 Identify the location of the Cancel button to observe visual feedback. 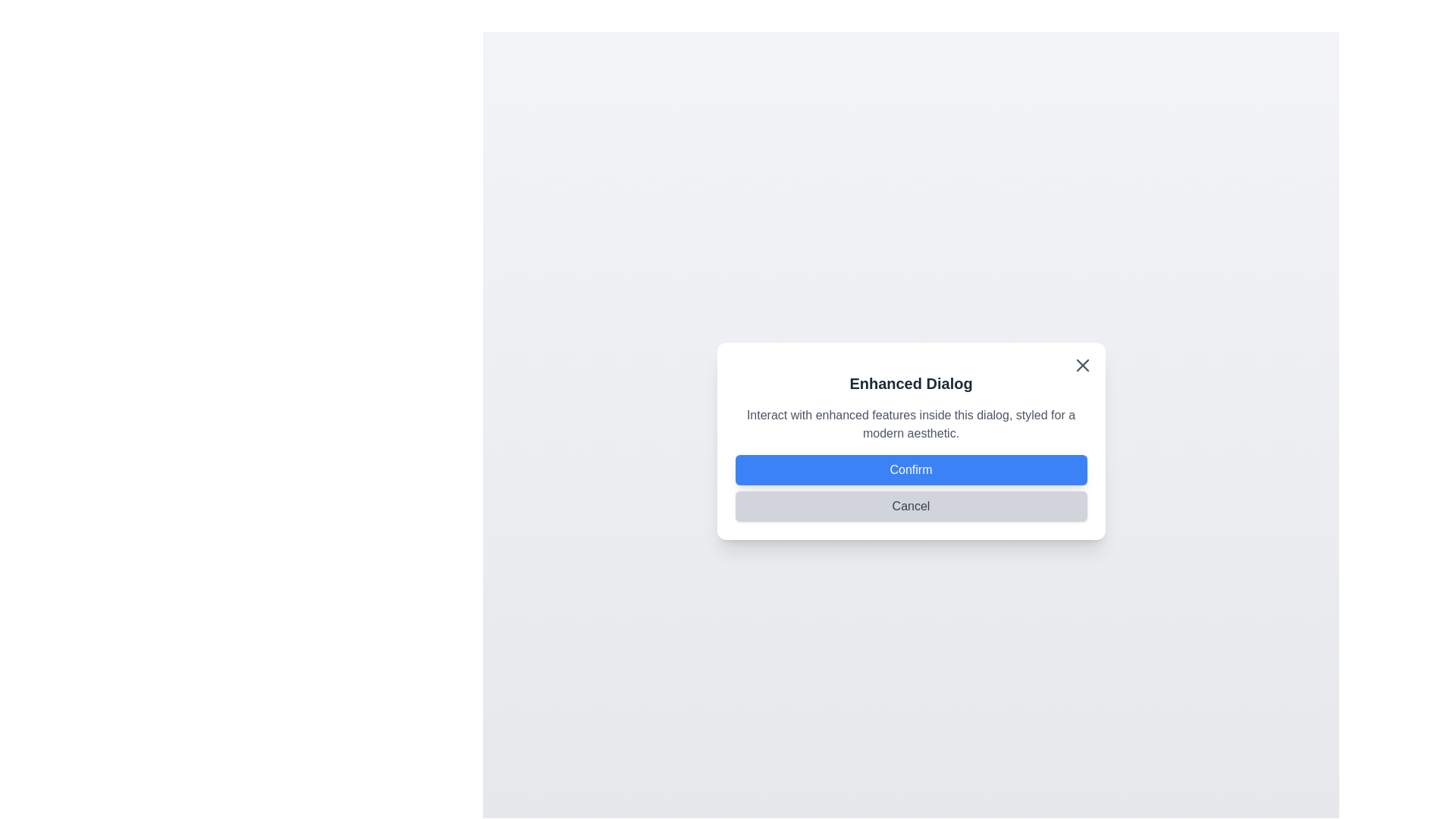
(910, 506).